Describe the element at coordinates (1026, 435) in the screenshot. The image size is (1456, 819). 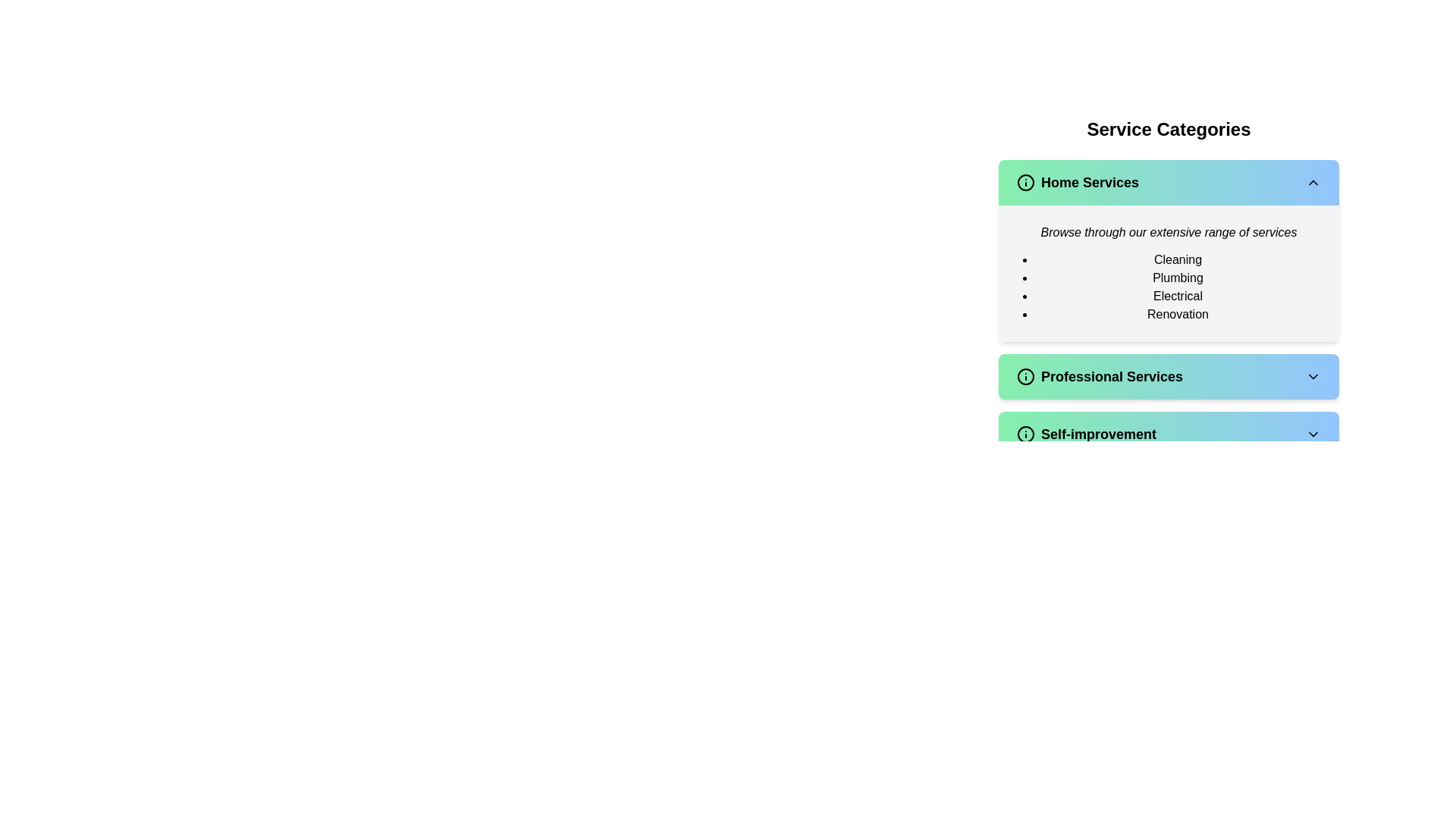
I see `the circular icon representing 'Self-improvement Services' in the leftmost position of the service categories list` at that location.